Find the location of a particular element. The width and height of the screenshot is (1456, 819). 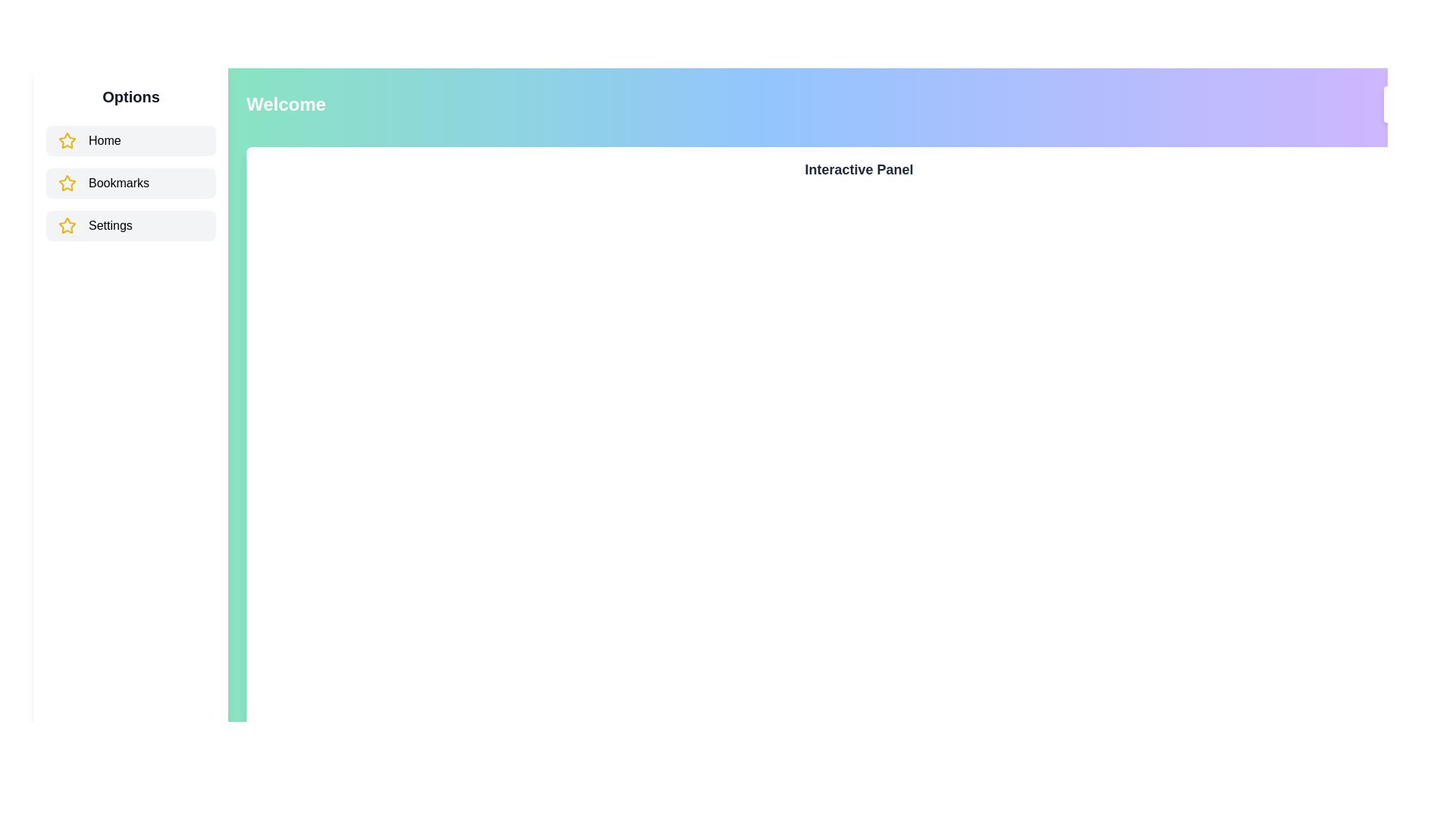

the star-shaped icon with a yellow fill color located in the sidebar, adjacent to the text 'Settings' is located at coordinates (67, 225).